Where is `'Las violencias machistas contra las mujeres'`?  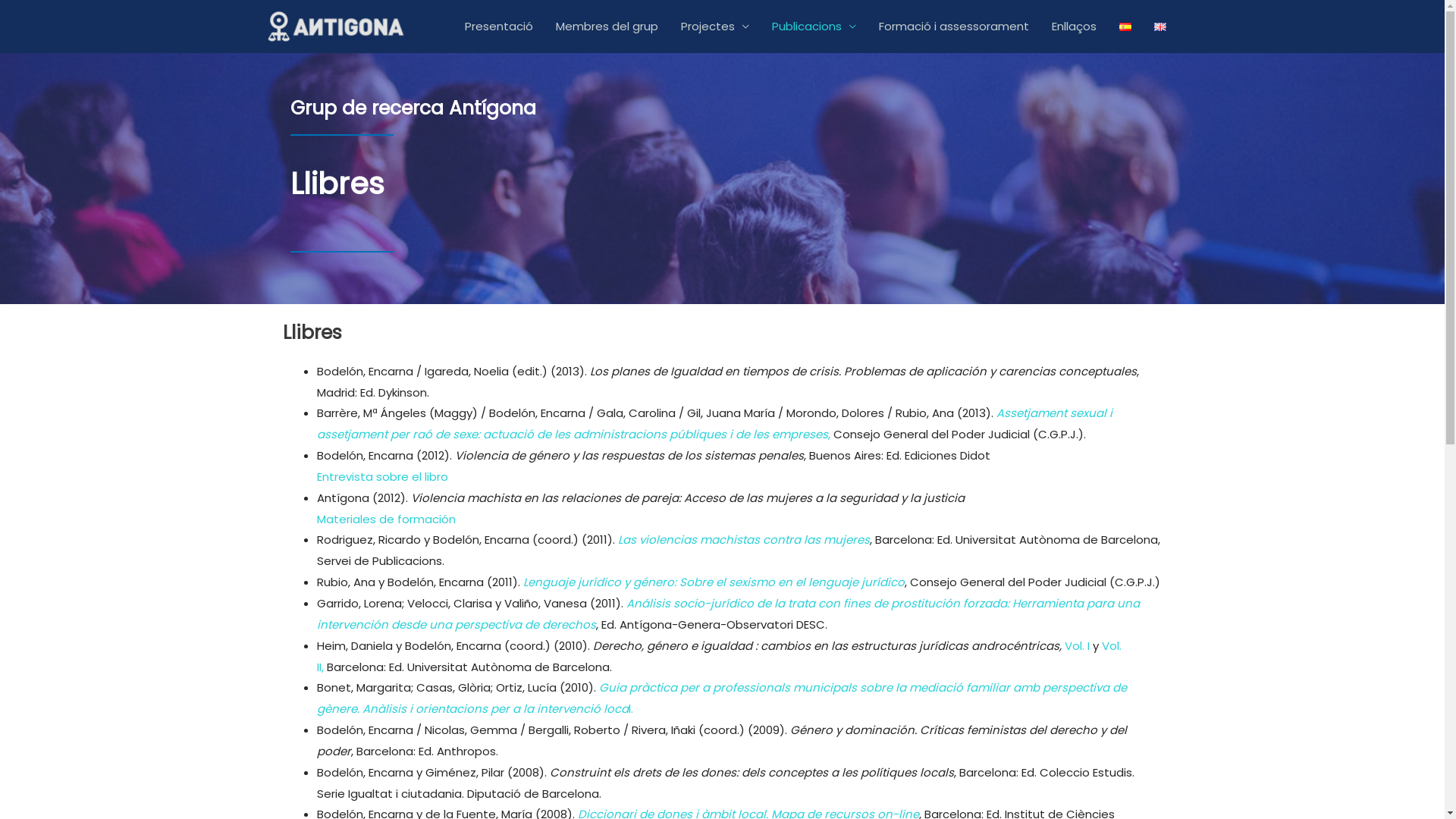
'Las violencias machistas contra las mujeres' is located at coordinates (742, 538).